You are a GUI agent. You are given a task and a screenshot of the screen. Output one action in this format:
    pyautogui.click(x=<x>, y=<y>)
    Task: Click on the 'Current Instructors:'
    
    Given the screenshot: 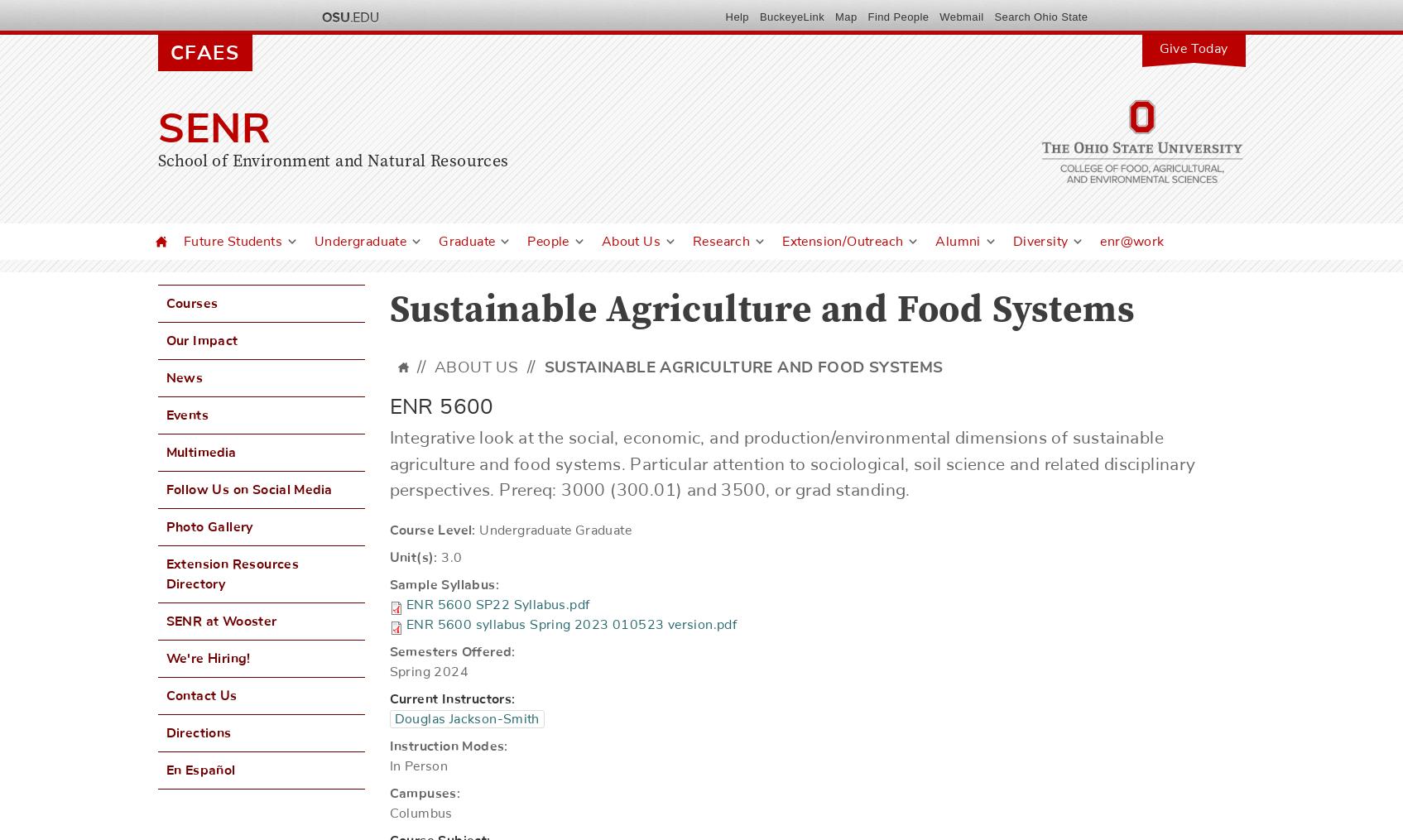 What is the action you would take?
    pyautogui.click(x=453, y=698)
    